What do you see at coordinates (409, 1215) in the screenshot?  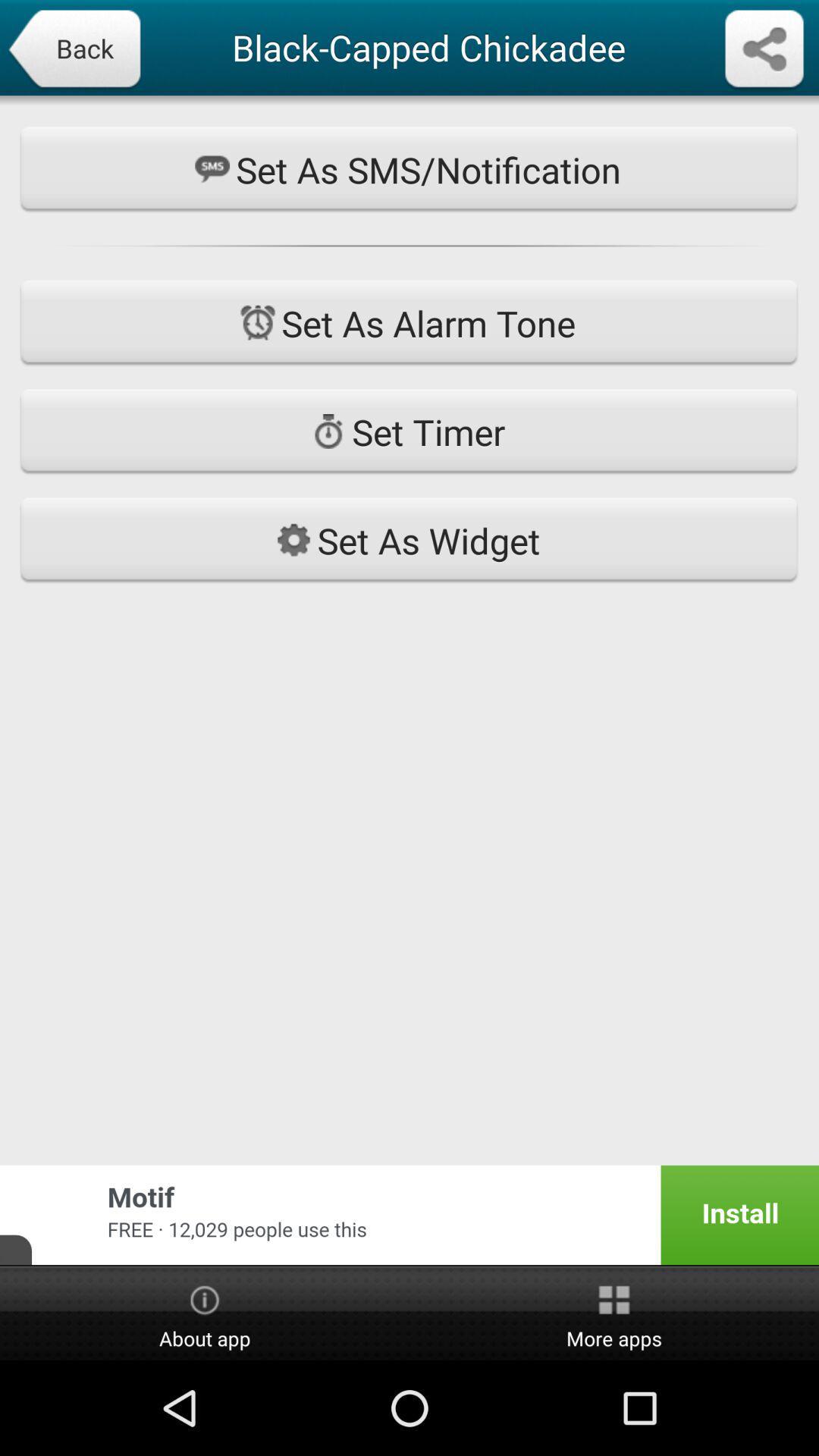 I see `the app below set as widget app` at bounding box center [409, 1215].